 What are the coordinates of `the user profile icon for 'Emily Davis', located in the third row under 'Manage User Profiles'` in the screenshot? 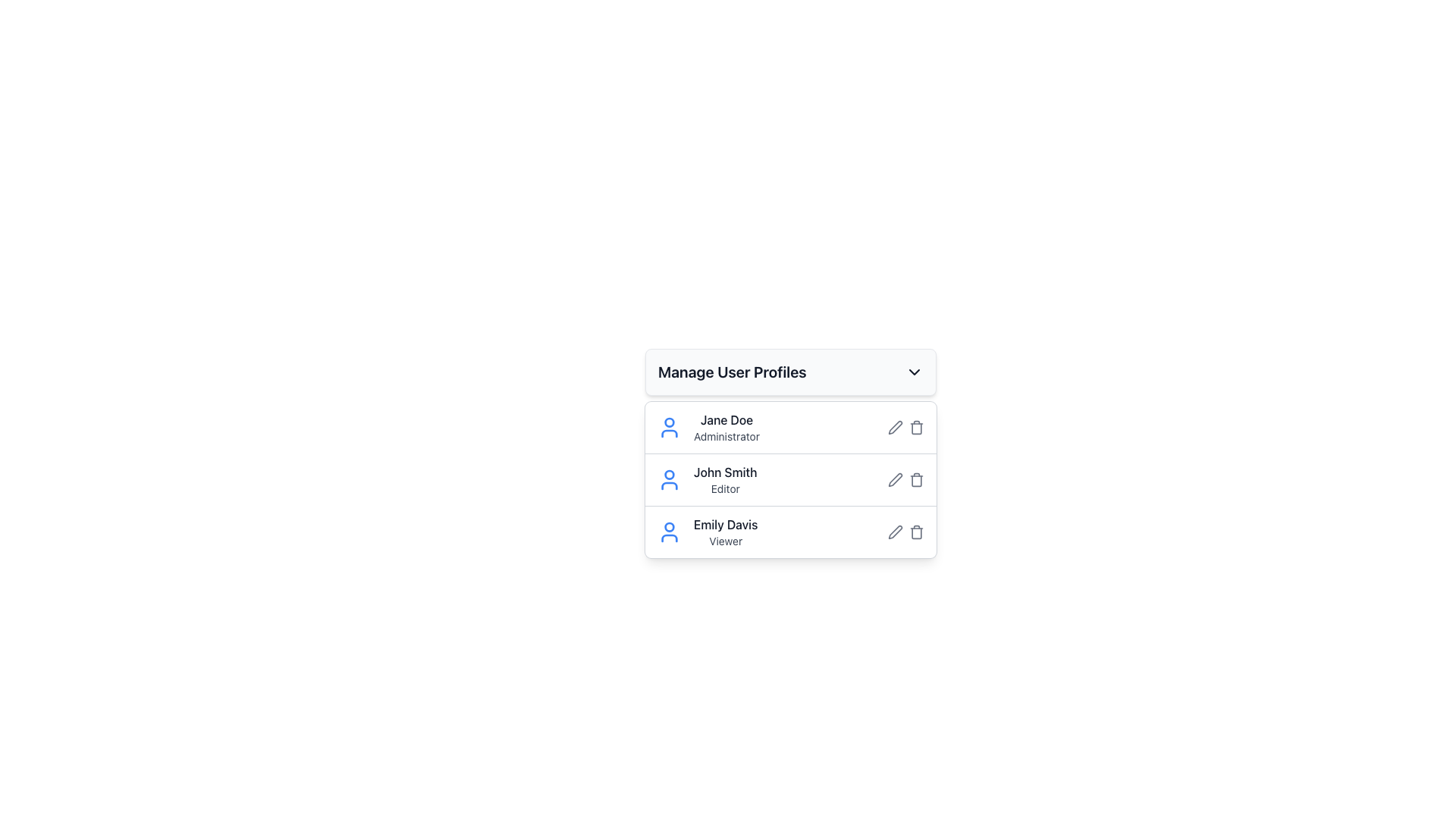 It's located at (669, 532).